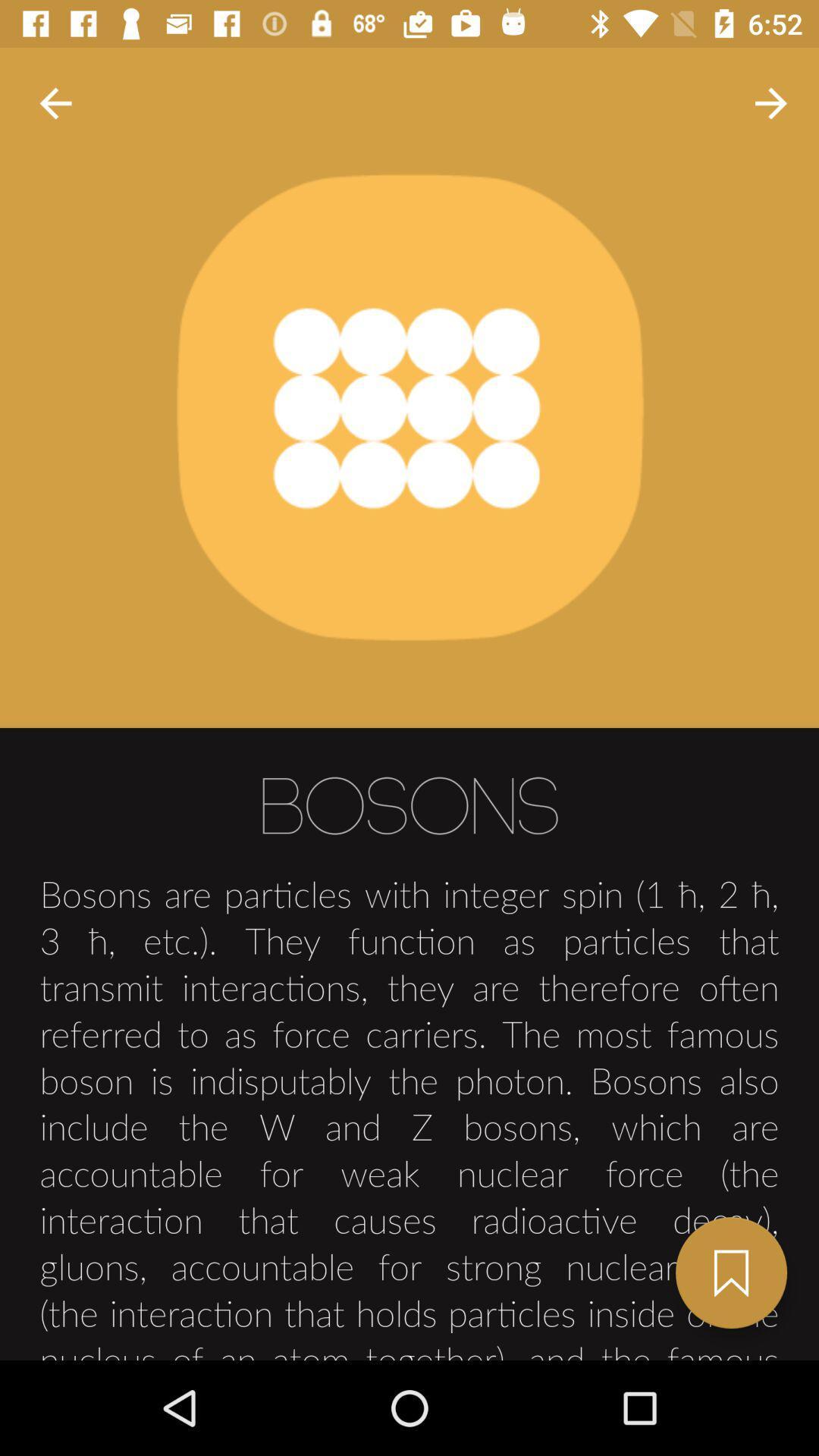 This screenshot has height=1456, width=819. What do you see at coordinates (730, 1272) in the screenshot?
I see `go the next` at bounding box center [730, 1272].